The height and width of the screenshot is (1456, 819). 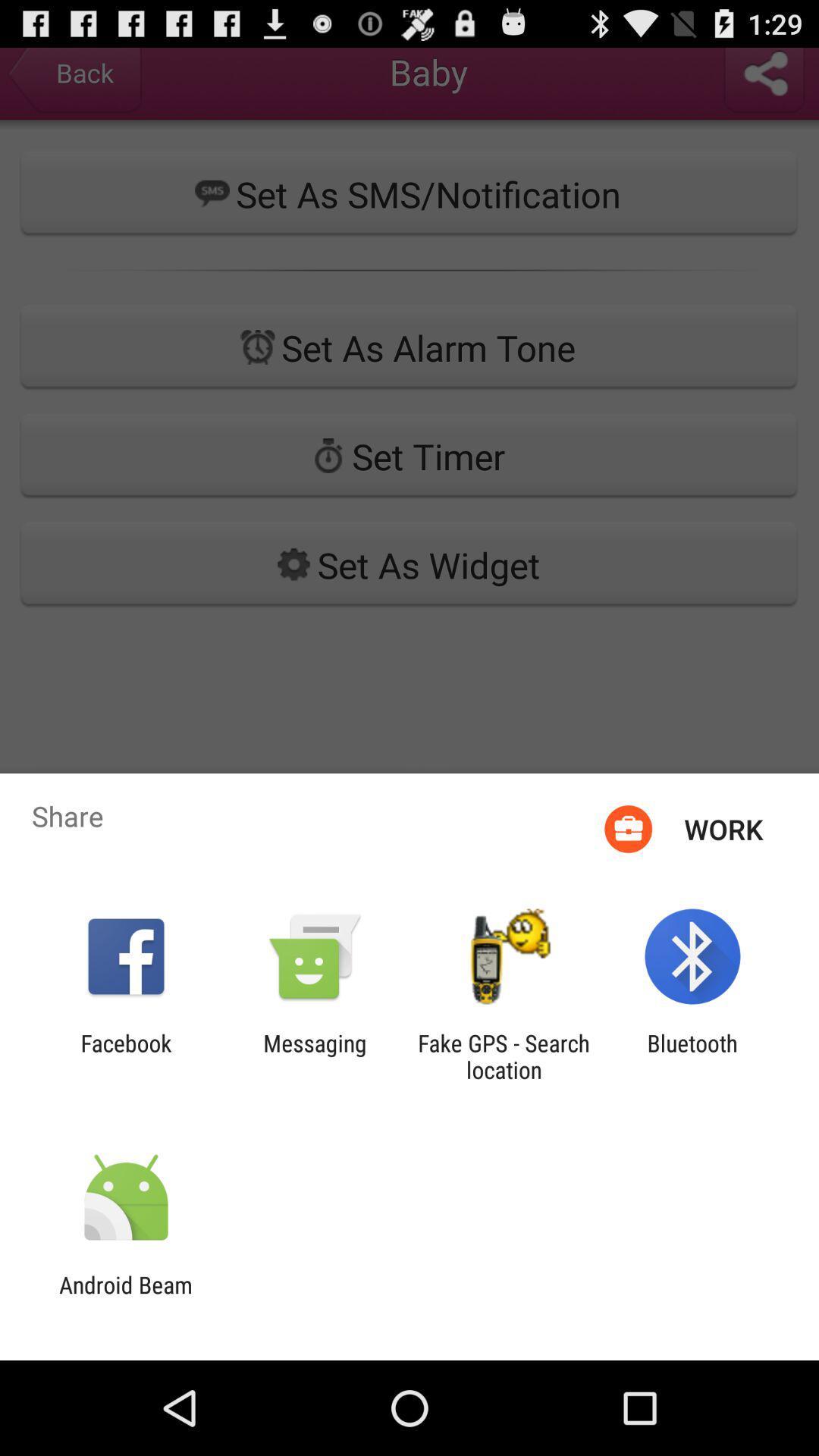 What do you see at coordinates (692, 1056) in the screenshot?
I see `the bluetooth at the bottom right corner` at bounding box center [692, 1056].